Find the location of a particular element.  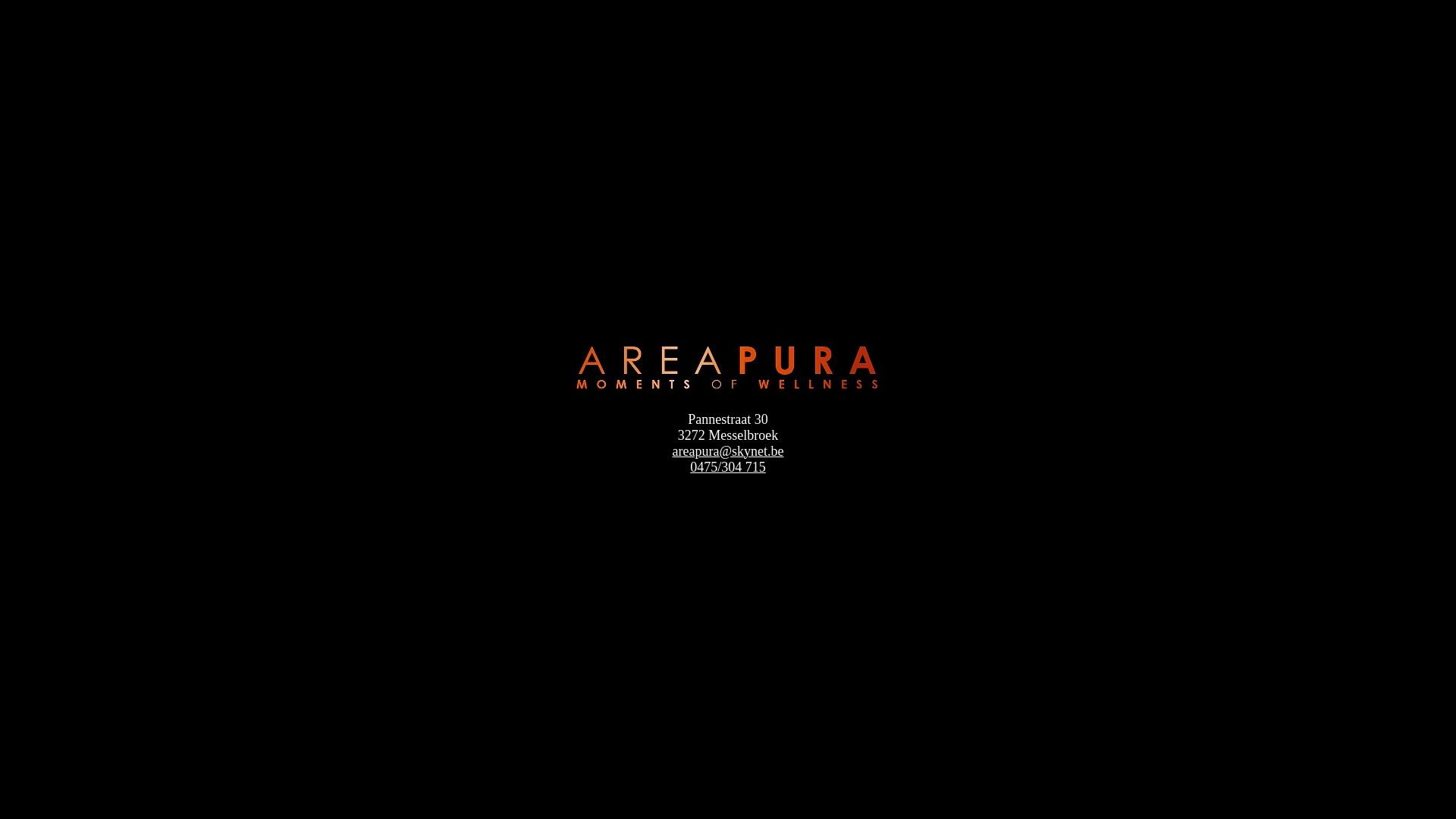

'areapura@skynet.be' is located at coordinates (726, 450).